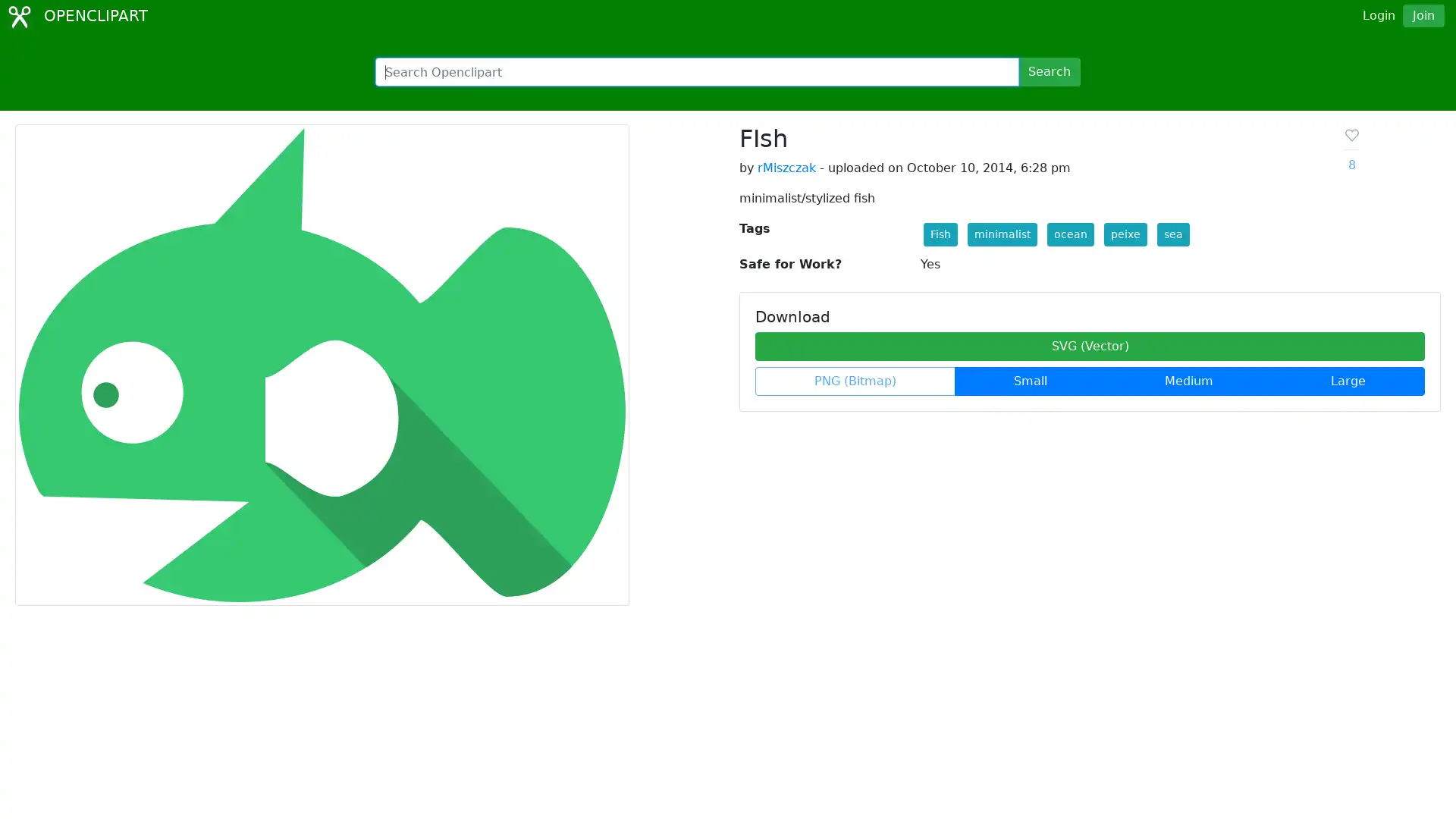 Image resolution: width=1456 pixels, height=819 pixels. What do you see at coordinates (855, 380) in the screenshot?
I see `PNG (Bitmap)` at bounding box center [855, 380].